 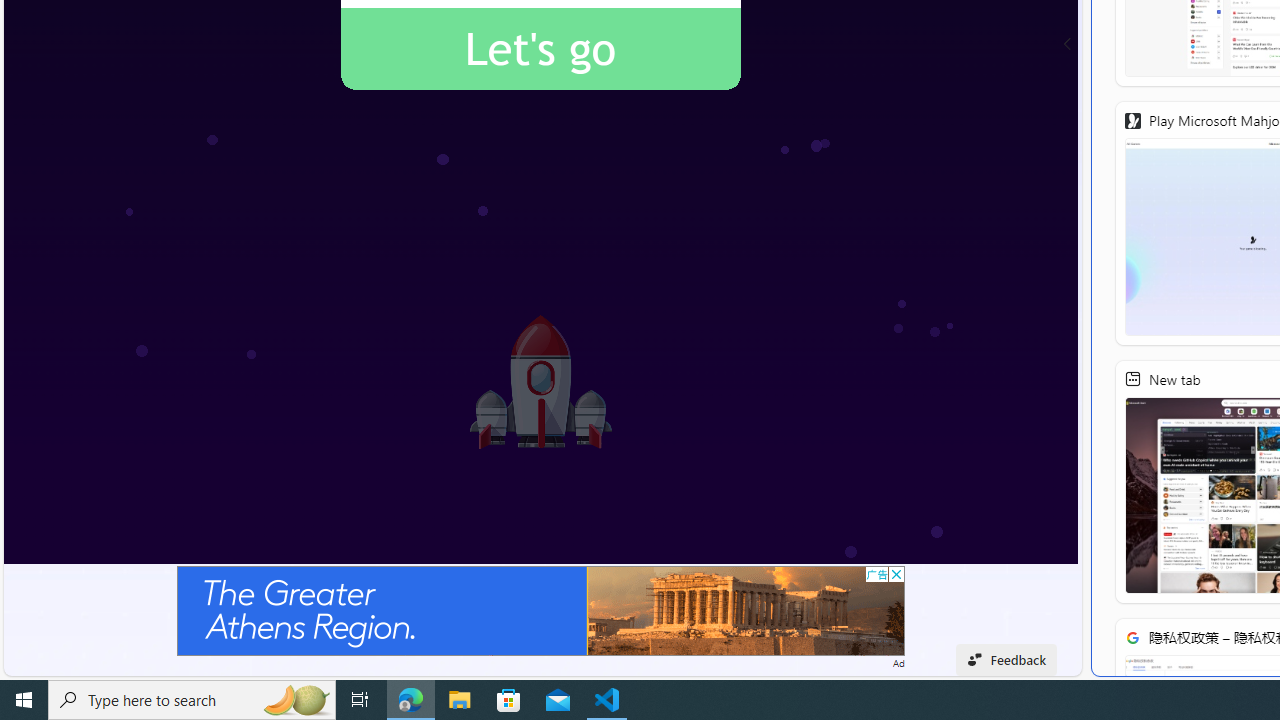 What do you see at coordinates (540, 609) in the screenshot?
I see `'Advertisement'` at bounding box center [540, 609].